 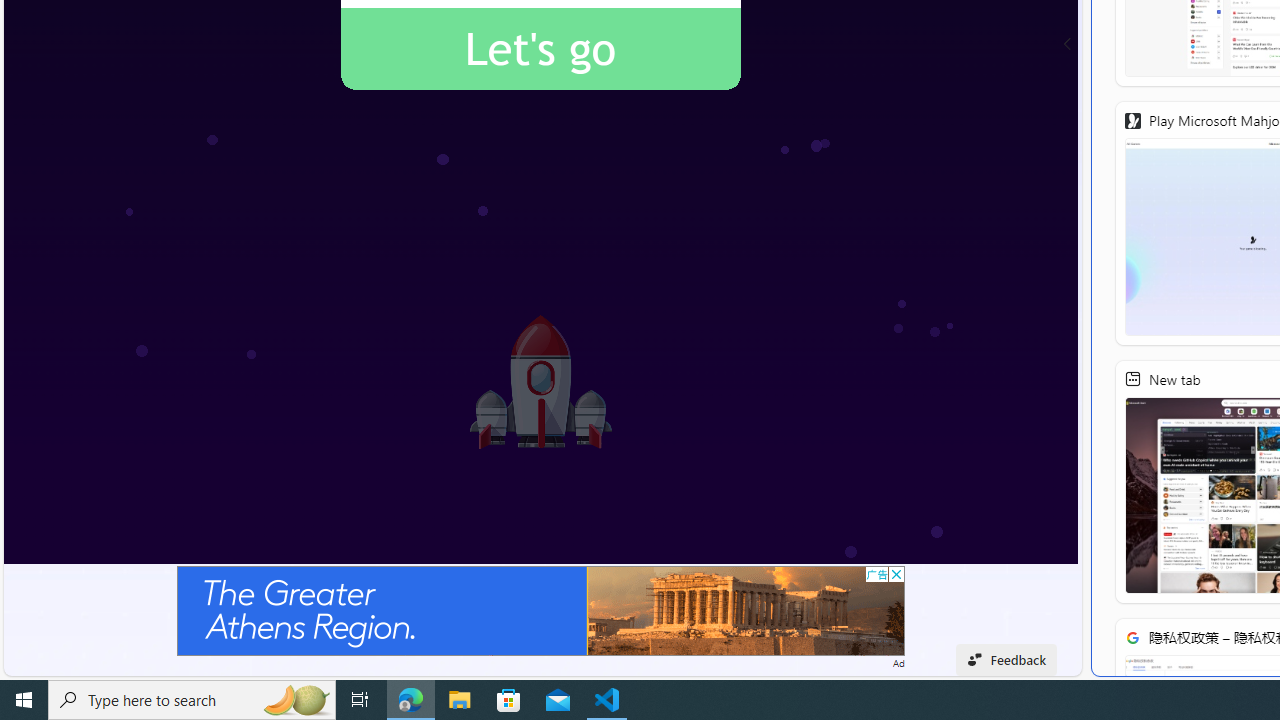 What do you see at coordinates (540, 609) in the screenshot?
I see `'Advertisement'` at bounding box center [540, 609].